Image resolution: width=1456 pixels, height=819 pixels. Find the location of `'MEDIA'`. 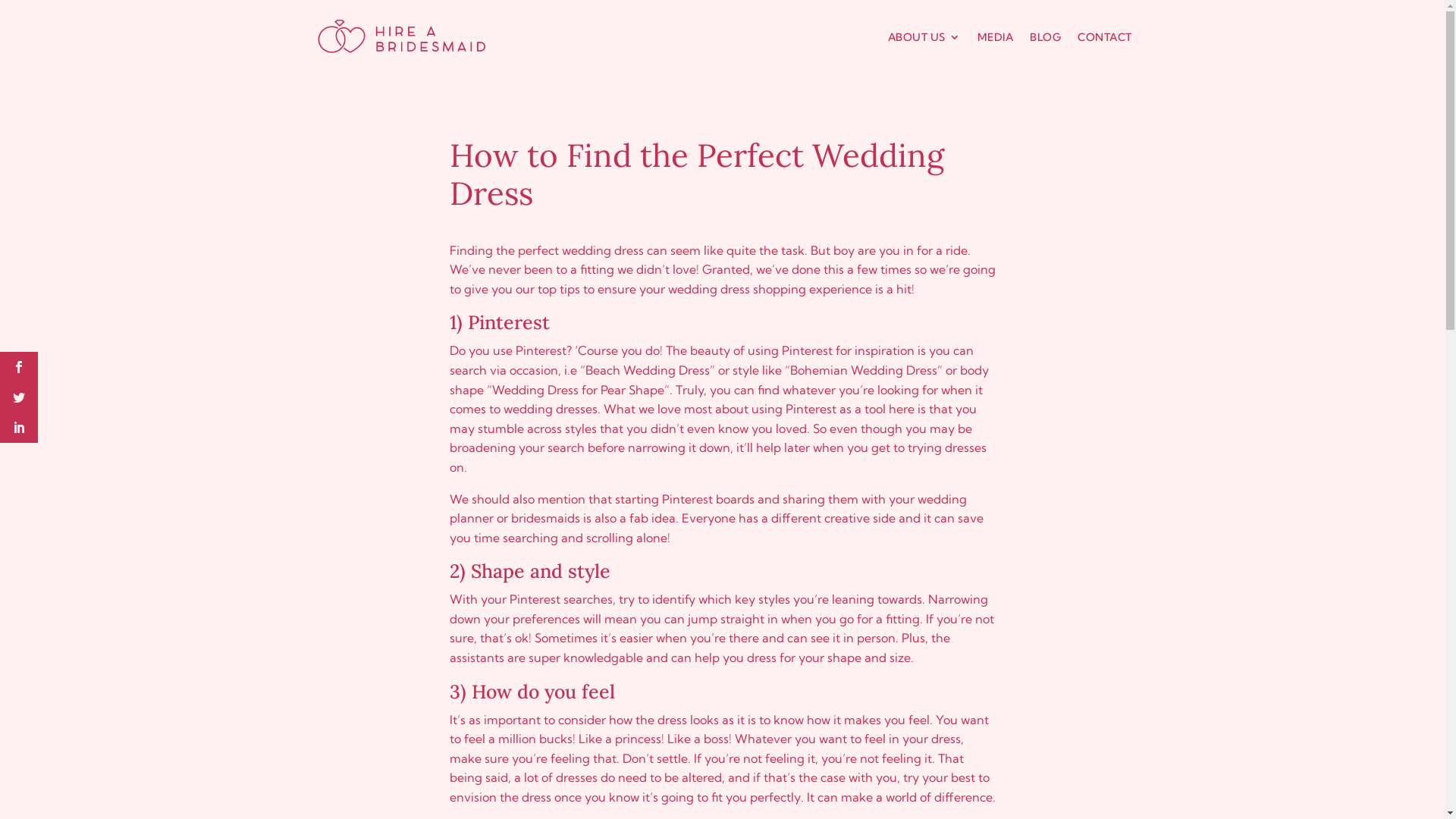

'MEDIA' is located at coordinates (994, 36).